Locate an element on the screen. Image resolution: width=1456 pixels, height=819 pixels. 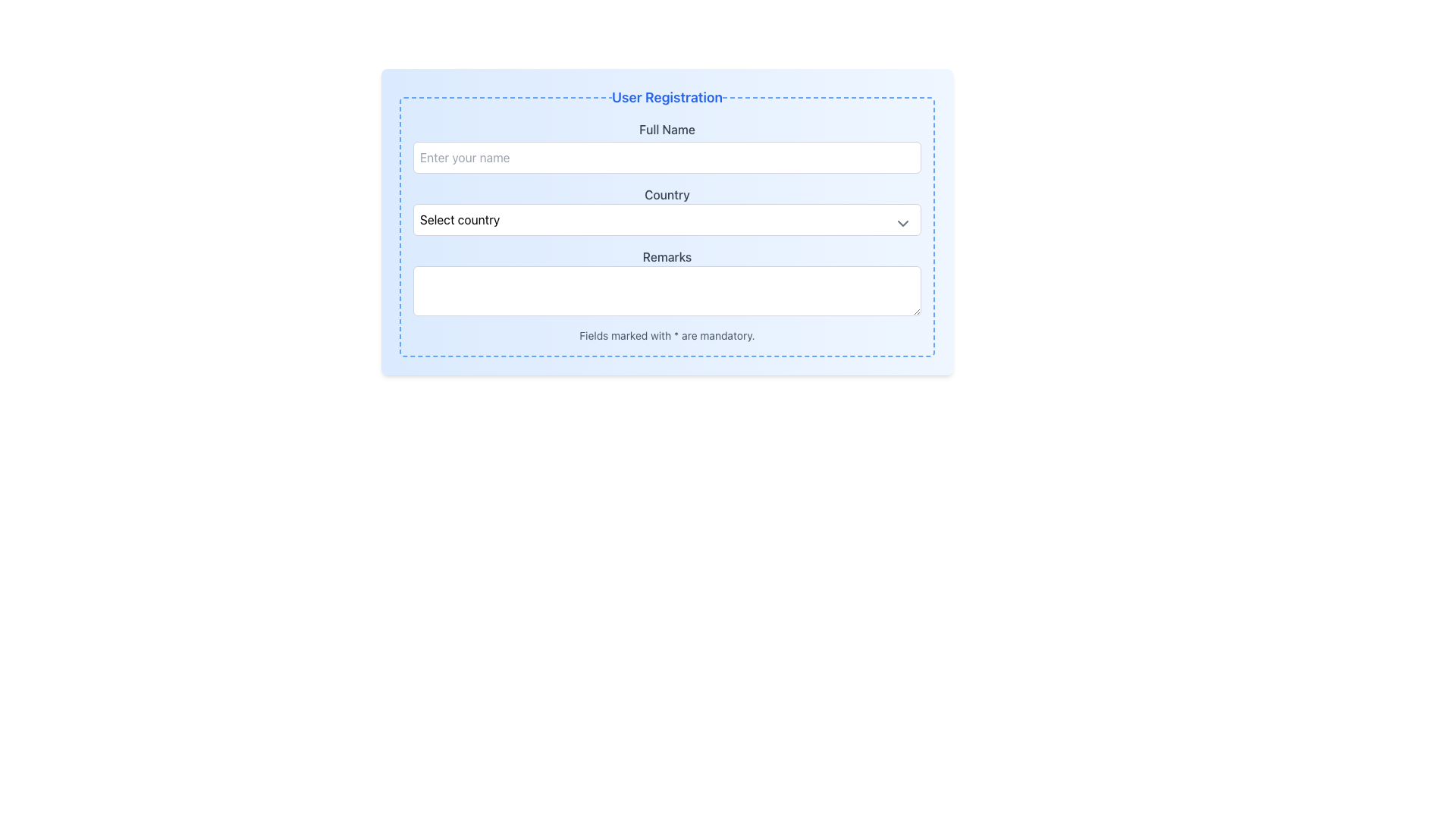
the Chevron Down icon located on the far-right side of the 'Select country' dropdown field is located at coordinates (902, 223).